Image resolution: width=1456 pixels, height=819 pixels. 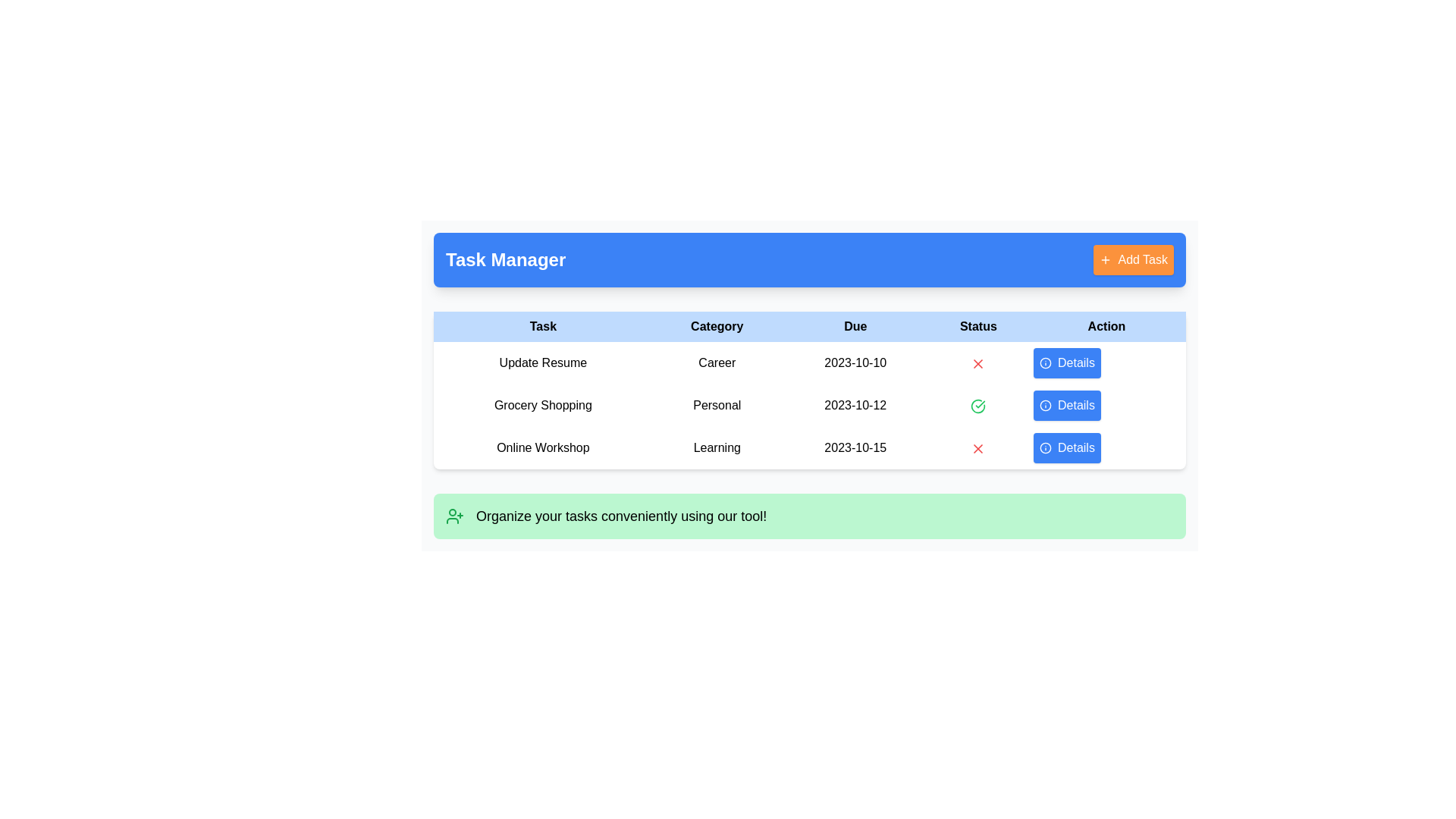 What do you see at coordinates (855, 326) in the screenshot?
I see `the 'Due' column header in the table, which is the third cell in the header row located between 'Category' and 'Status'` at bounding box center [855, 326].